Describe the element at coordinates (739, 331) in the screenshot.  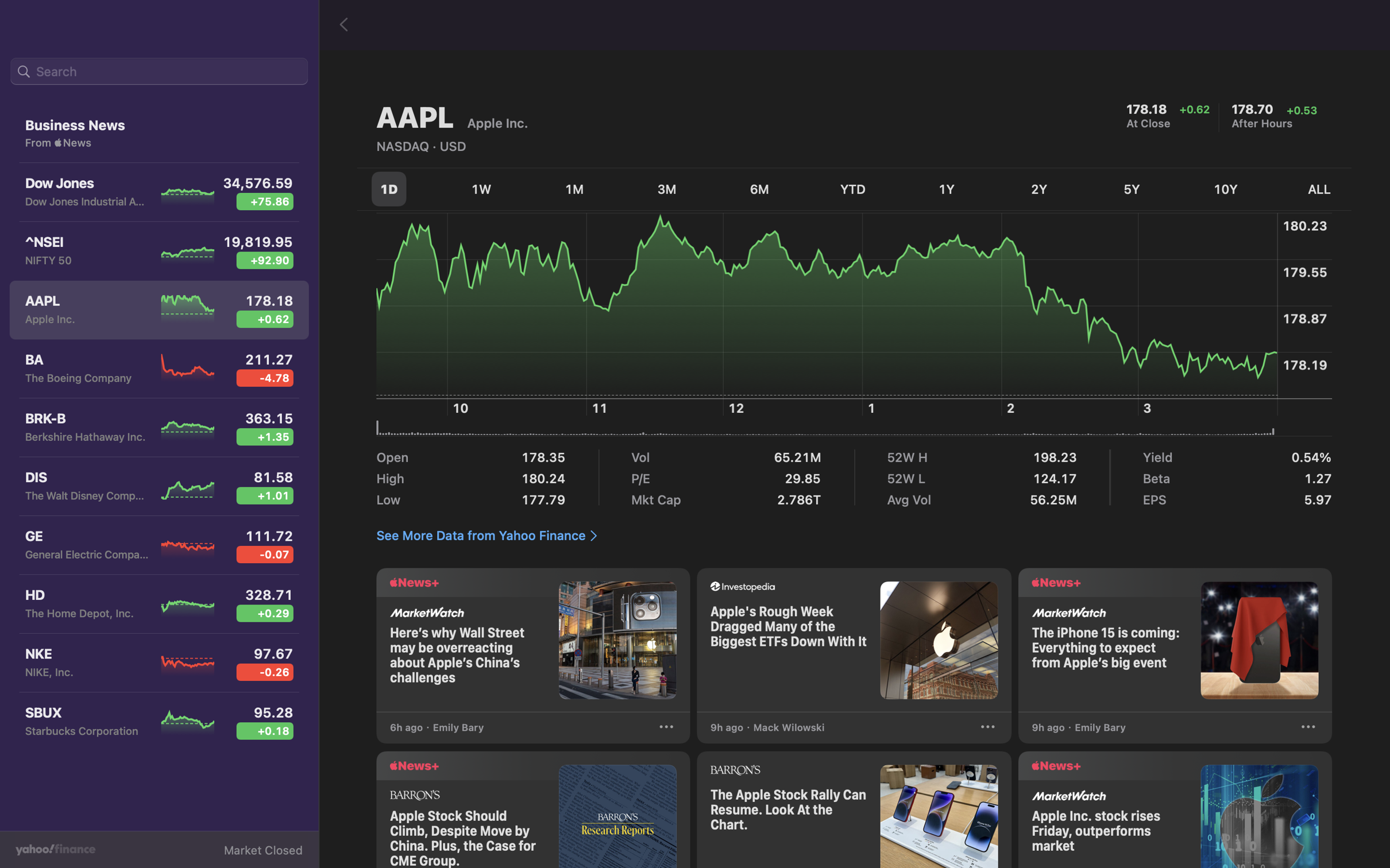
I see `Verify the stock adjustments for 12 o"clock noon` at that location.